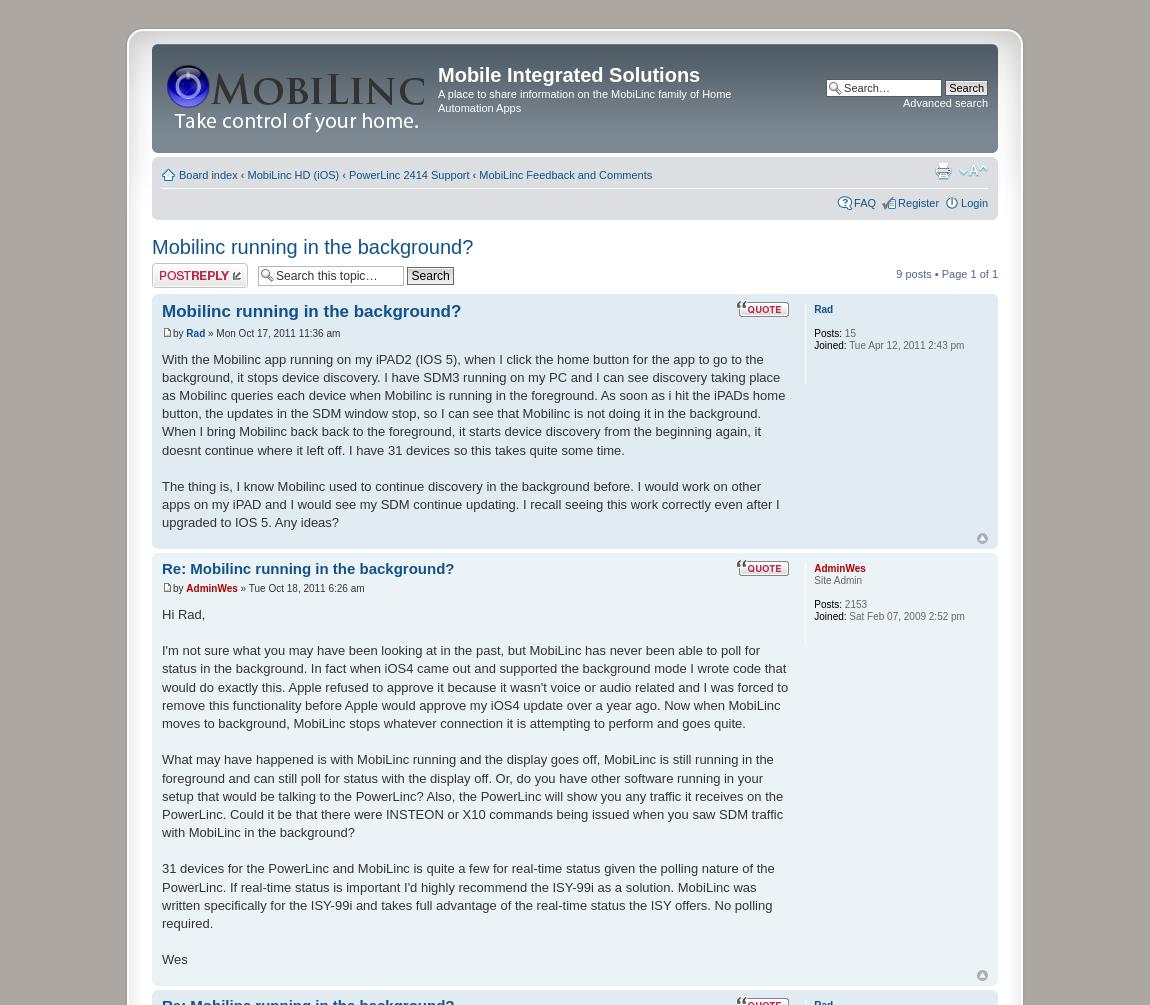  Describe the element at coordinates (865, 202) in the screenshot. I see `'FAQ'` at that location.